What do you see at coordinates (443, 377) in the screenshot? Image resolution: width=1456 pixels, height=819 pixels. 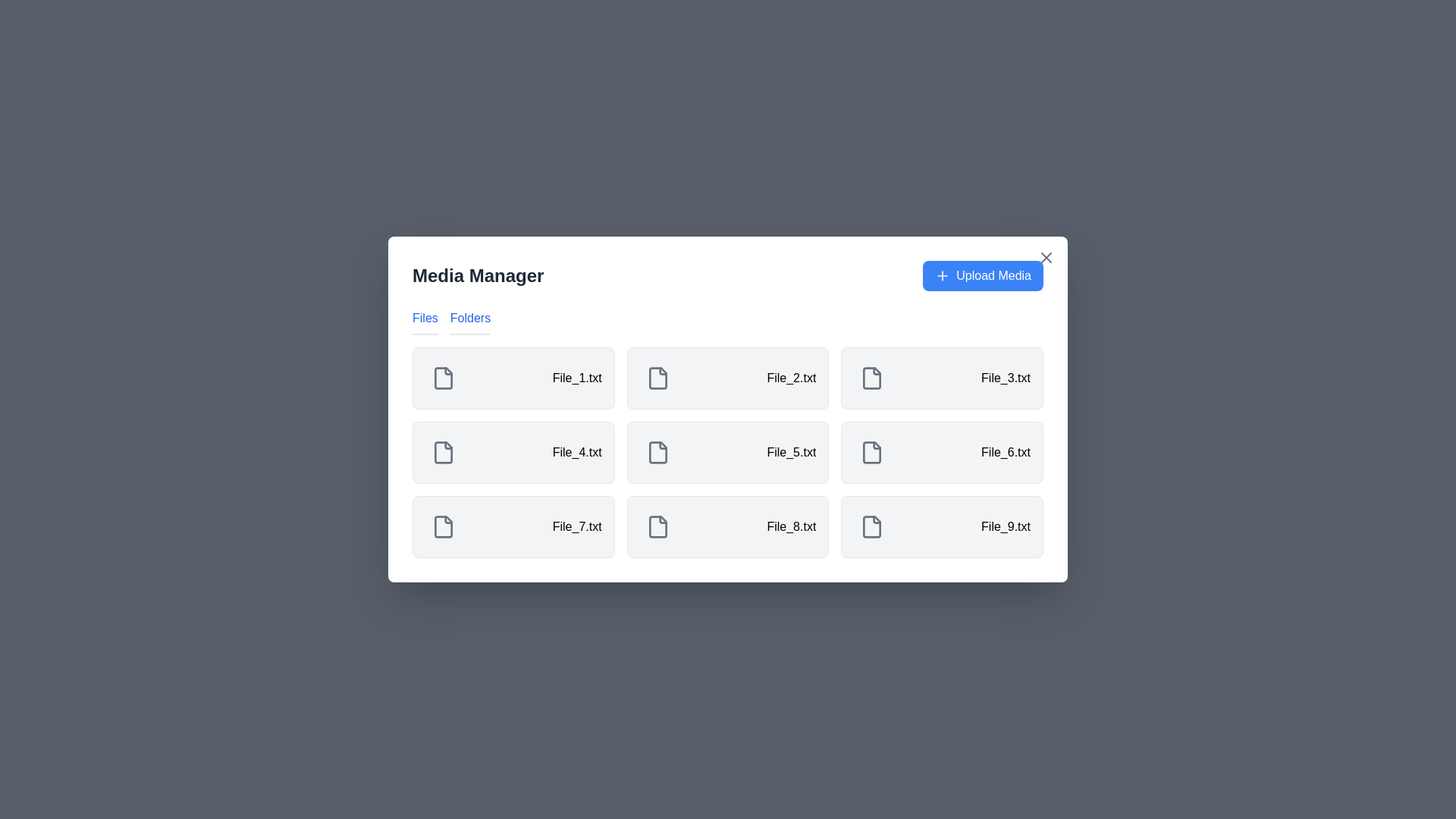 I see `the SVG icon representing a file located in the upper-left corner of the media manager interface` at bounding box center [443, 377].